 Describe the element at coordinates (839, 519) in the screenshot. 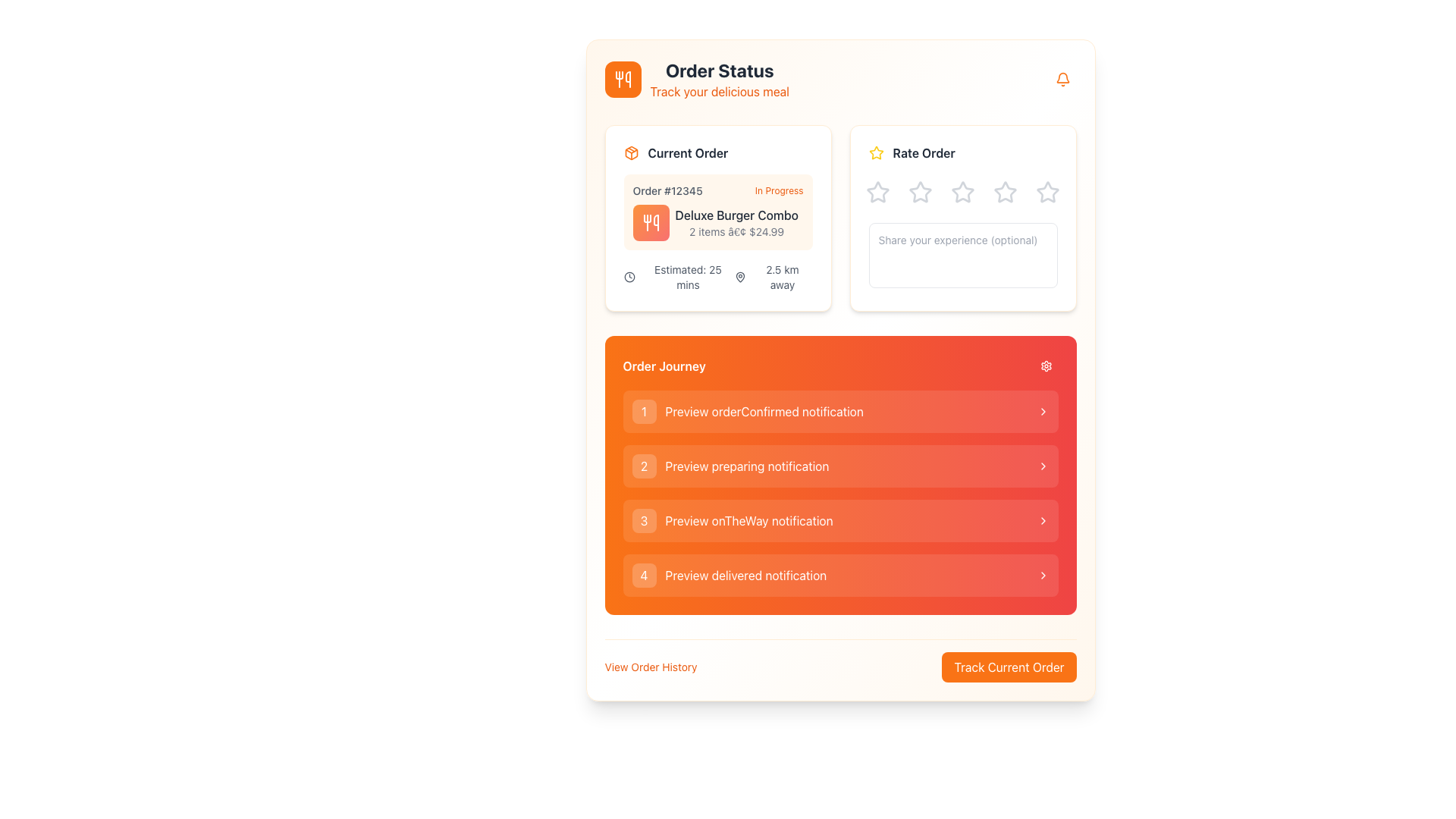

I see `the third button in the vertical list of buttons located in the 'Order Journey' section` at that location.